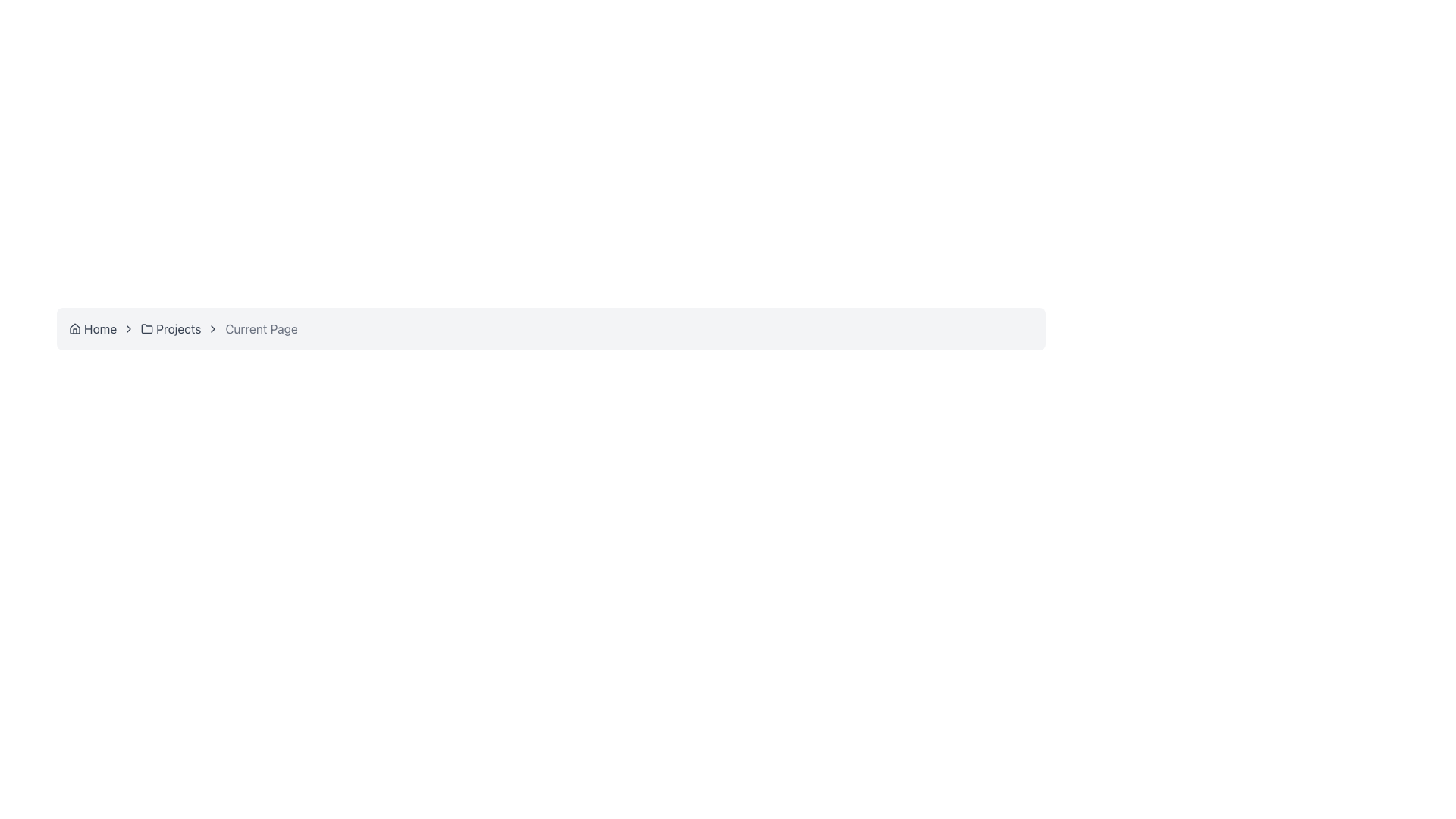 The width and height of the screenshot is (1456, 819). Describe the element at coordinates (129, 328) in the screenshot. I see `the first right-facing chevron icon in the breadcrumb navigation bar, which is located between the 'Home' and 'Projects' text` at that location.